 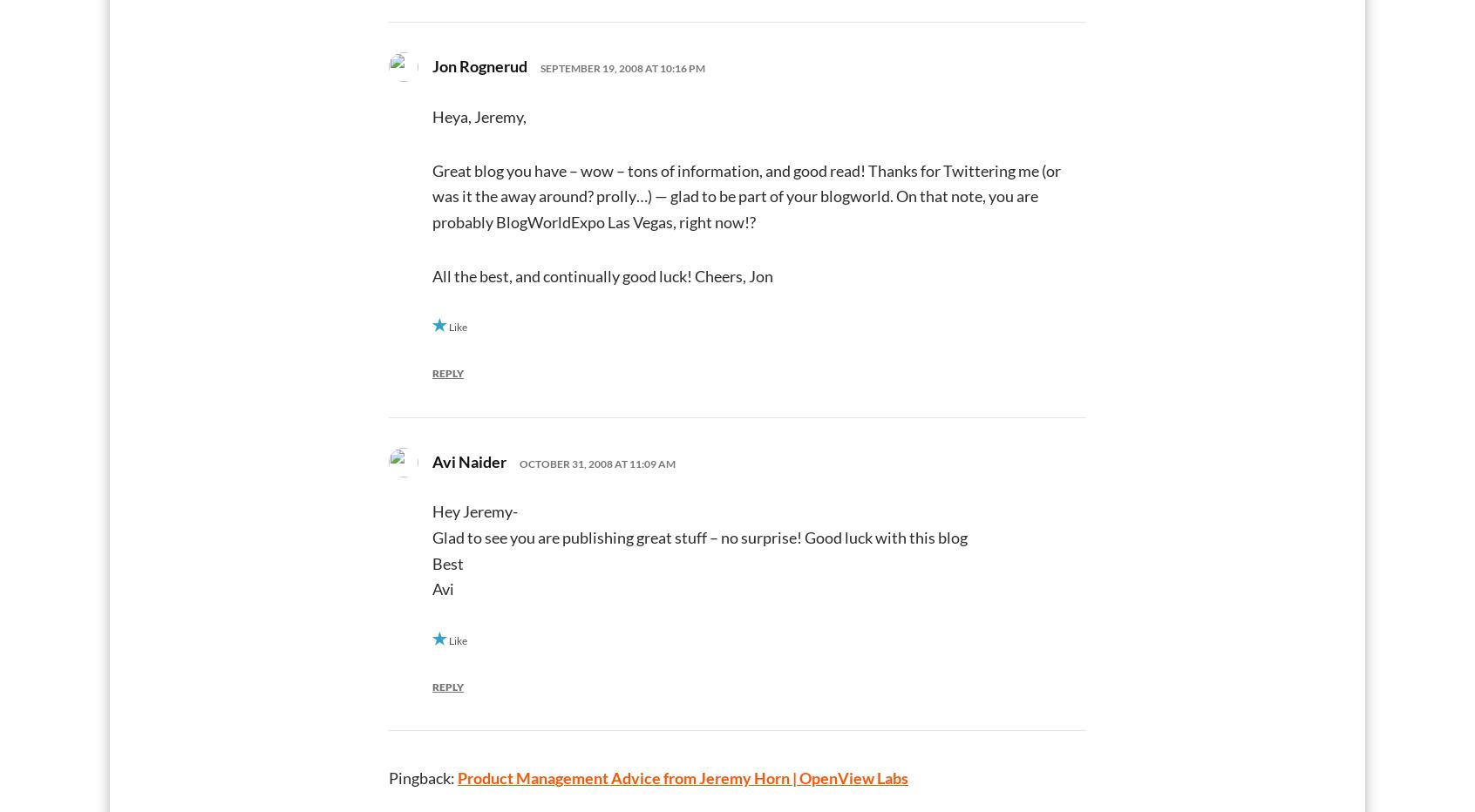 I want to click on 'Best', so click(x=448, y=562).